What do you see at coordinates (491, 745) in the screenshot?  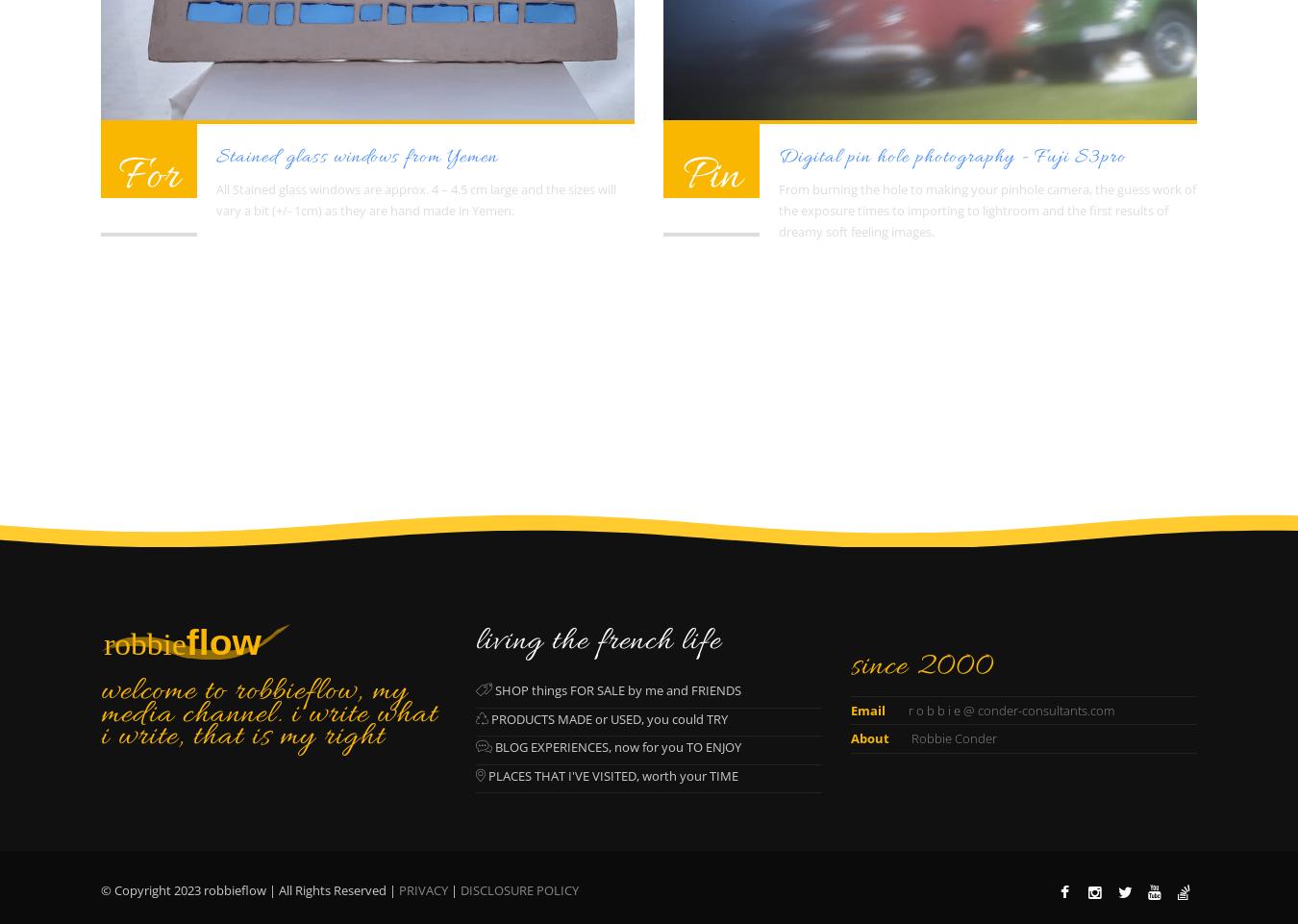 I see `'BLOG EXPERIENCES, now for you TO ENJOY'` at bounding box center [491, 745].